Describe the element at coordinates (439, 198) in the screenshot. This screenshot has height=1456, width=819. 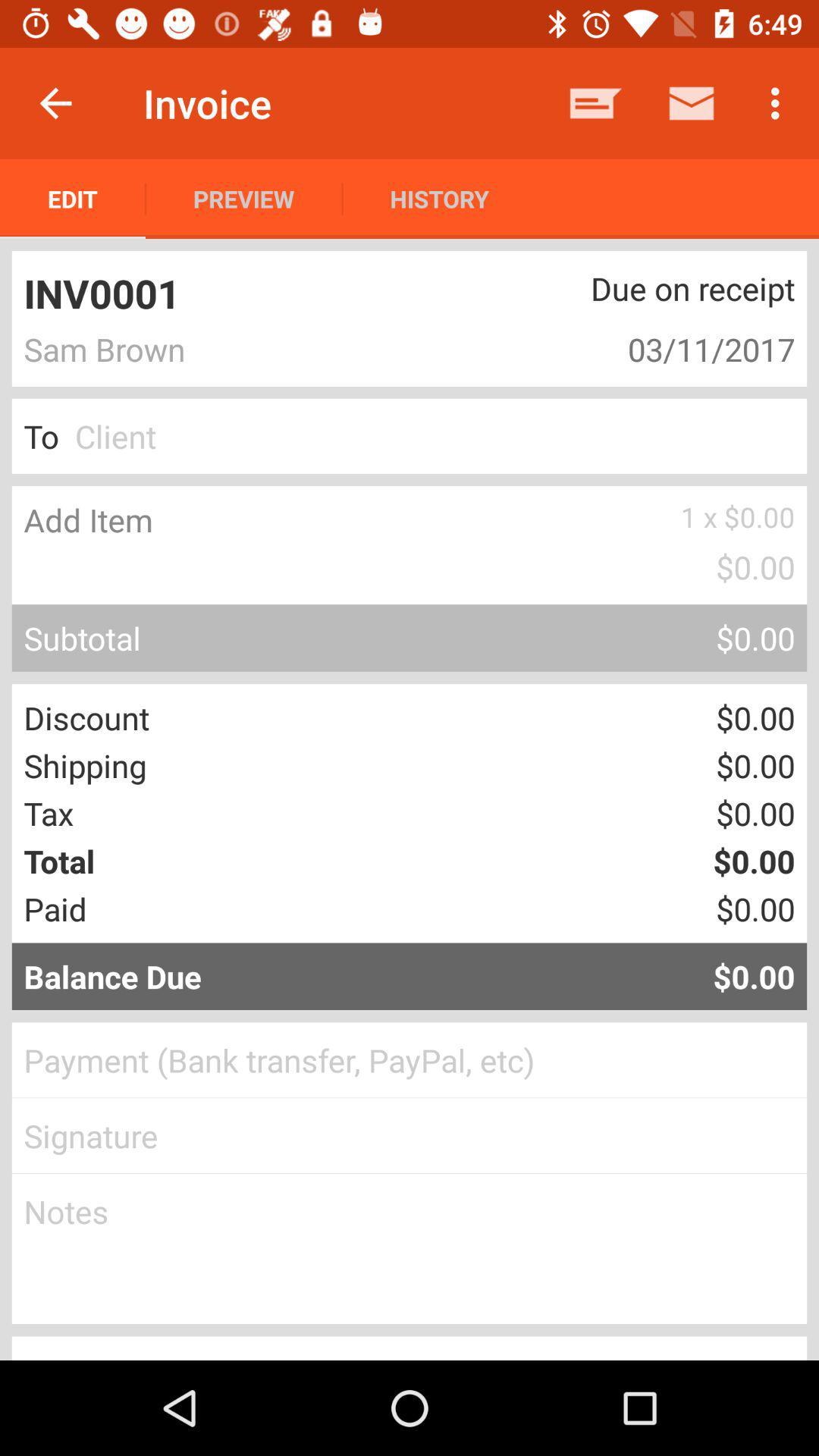
I see `the history item` at that location.